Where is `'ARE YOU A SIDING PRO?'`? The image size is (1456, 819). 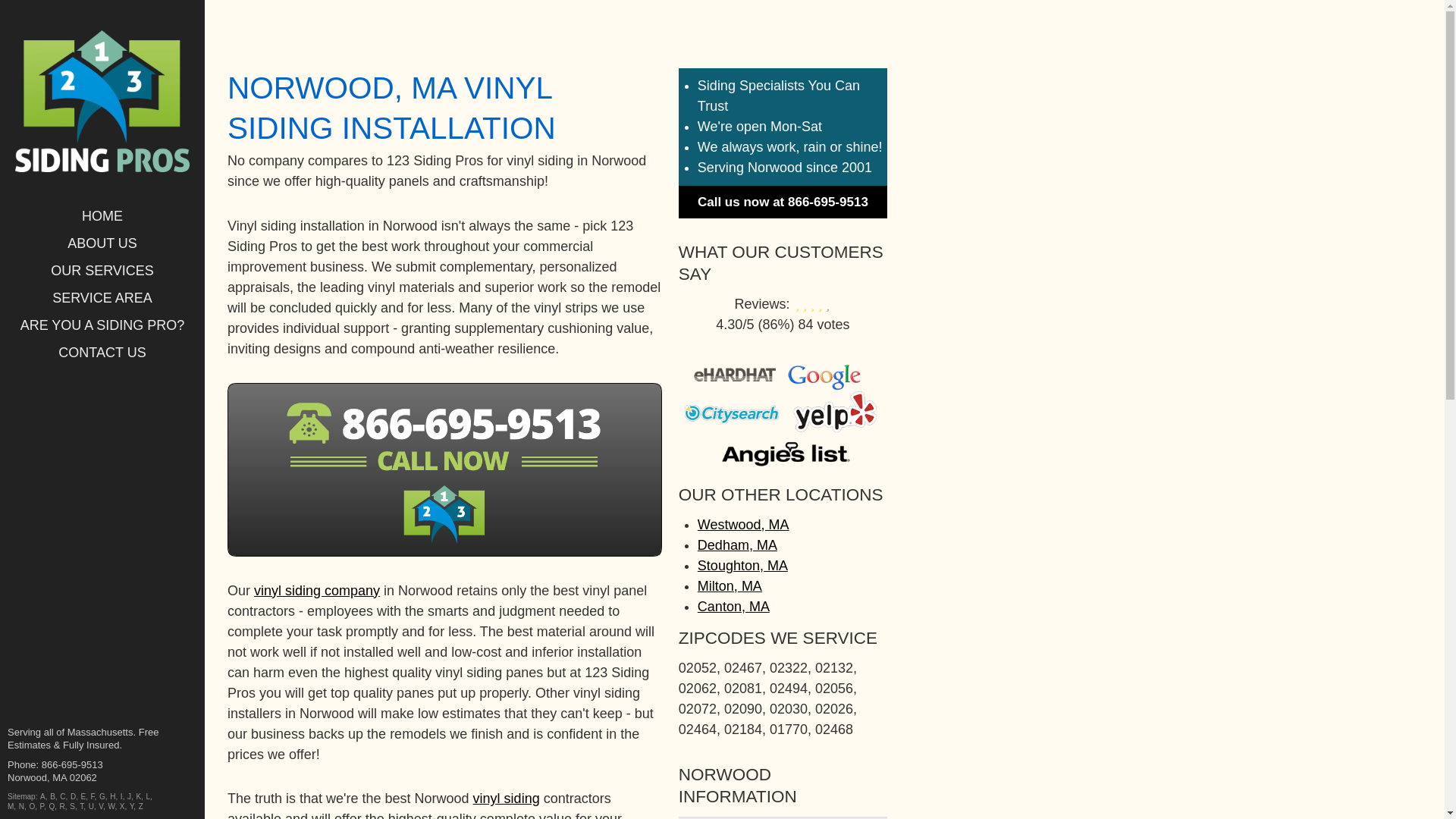 'ARE YOU A SIDING PRO?' is located at coordinates (14, 324).